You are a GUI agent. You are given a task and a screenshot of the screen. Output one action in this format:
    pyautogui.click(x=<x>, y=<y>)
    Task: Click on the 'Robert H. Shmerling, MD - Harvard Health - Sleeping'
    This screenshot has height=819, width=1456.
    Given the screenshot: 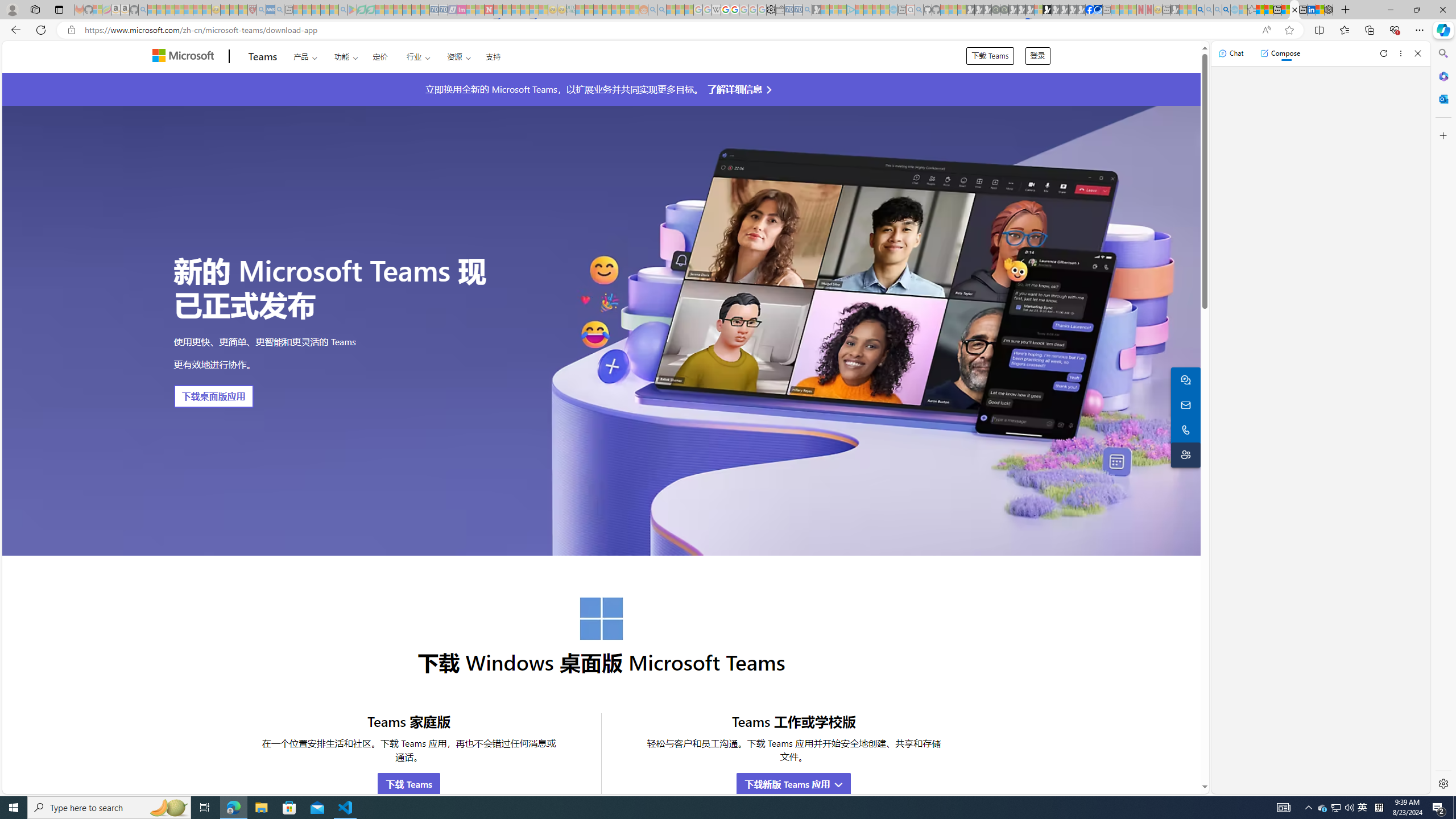 What is the action you would take?
    pyautogui.click(x=253, y=9)
    